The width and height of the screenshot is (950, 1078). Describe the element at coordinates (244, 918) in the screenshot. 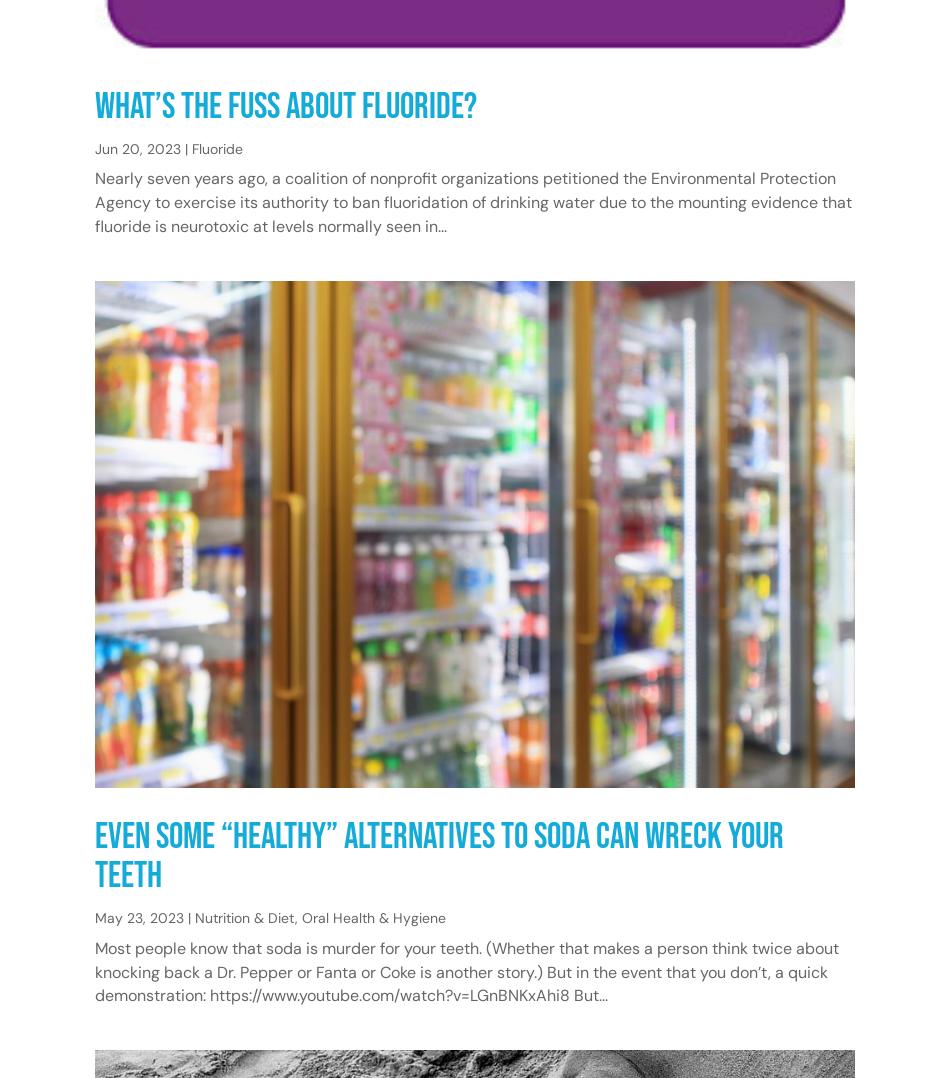

I see `'Nutrition & Diet'` at that location.